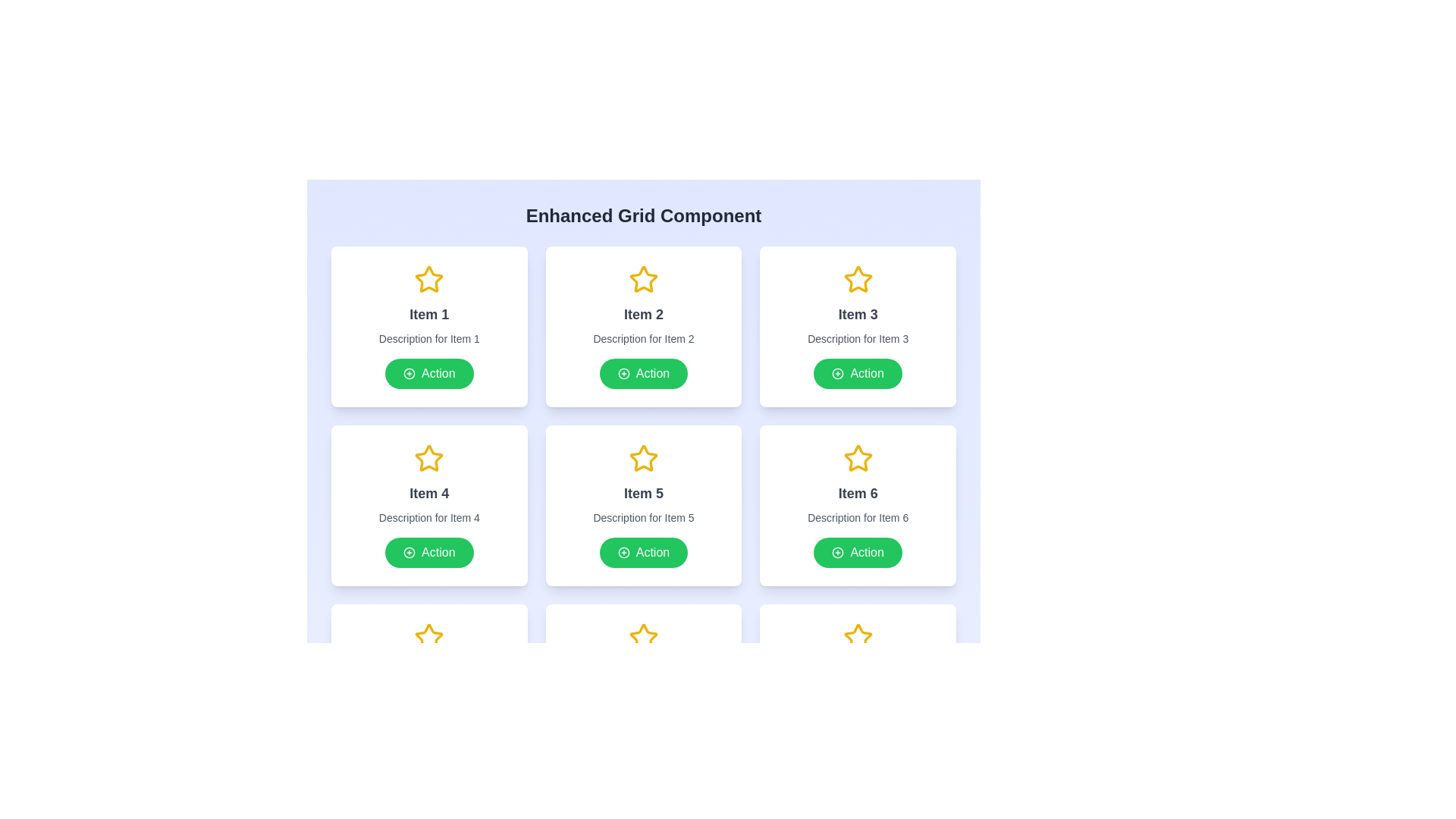 The image size is (1456, 819). Describe the element at coordinates (409, 553) in the screenshot. I see `the addition icon inside the 'Action' button of the fourth item card located in the second row and first column of the grid` at that location.